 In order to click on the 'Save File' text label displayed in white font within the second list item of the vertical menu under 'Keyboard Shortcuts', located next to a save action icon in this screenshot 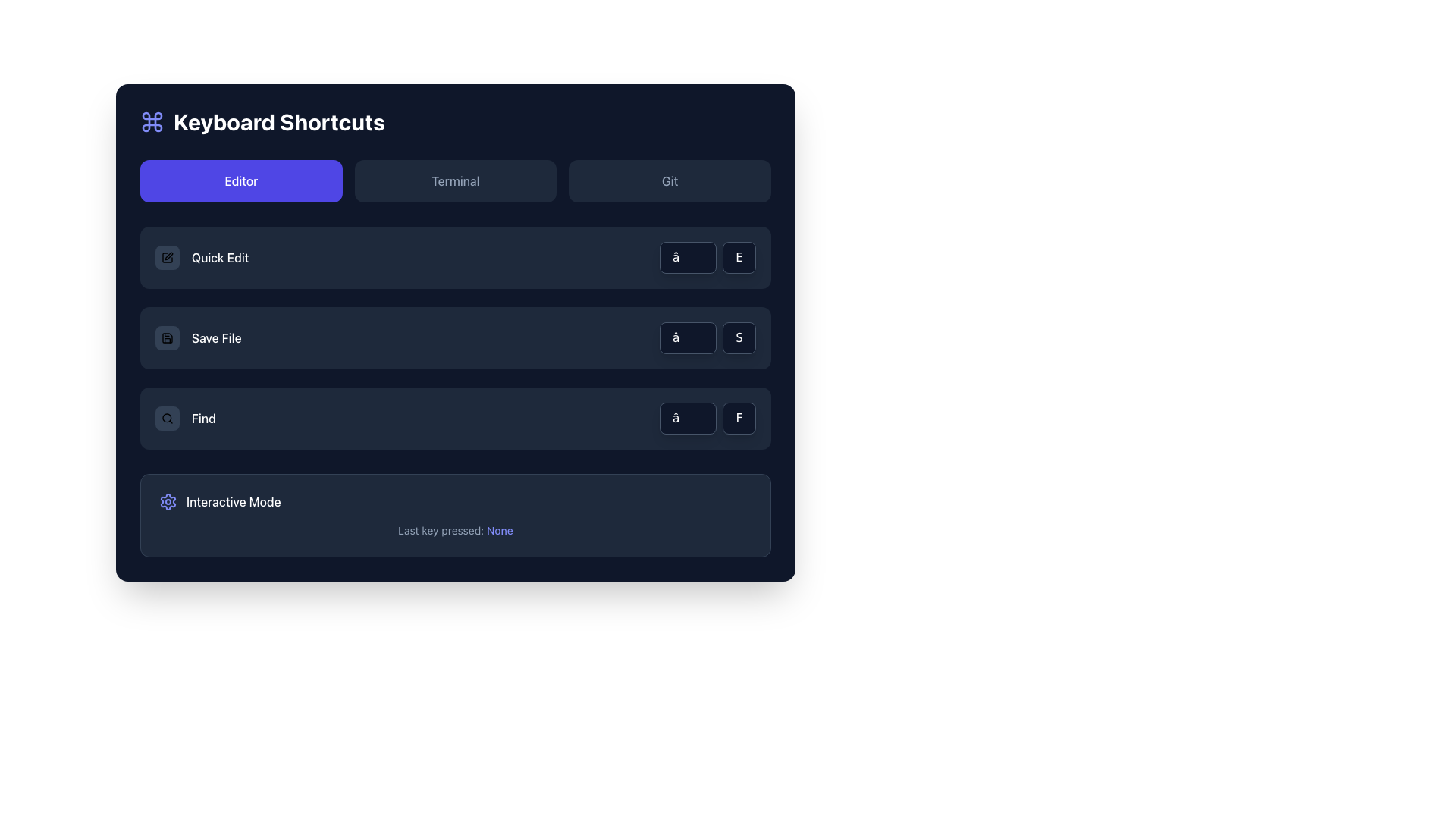, I will do `click(215, 337)`.